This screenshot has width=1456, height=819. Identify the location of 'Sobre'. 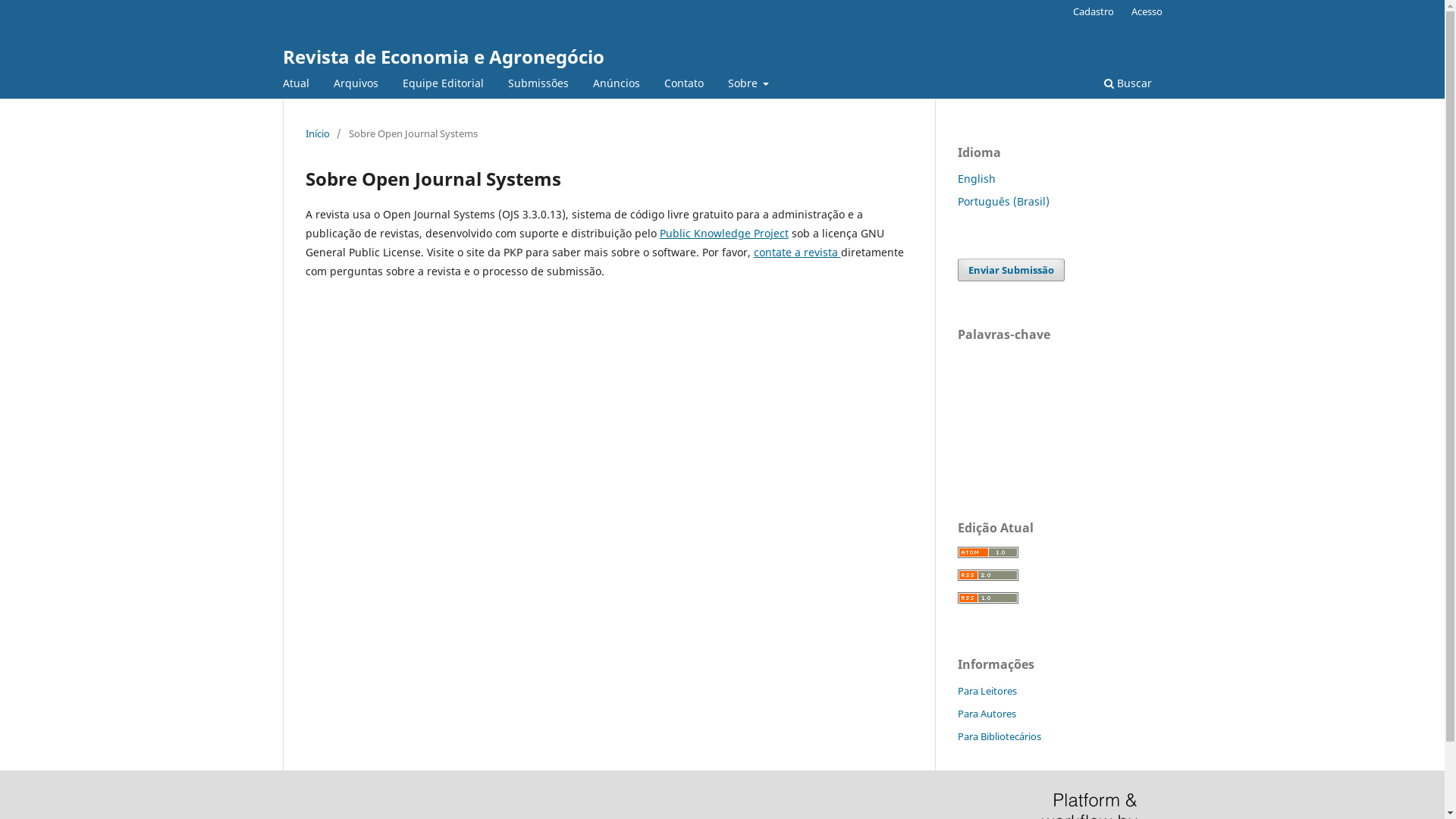
(720, 85).